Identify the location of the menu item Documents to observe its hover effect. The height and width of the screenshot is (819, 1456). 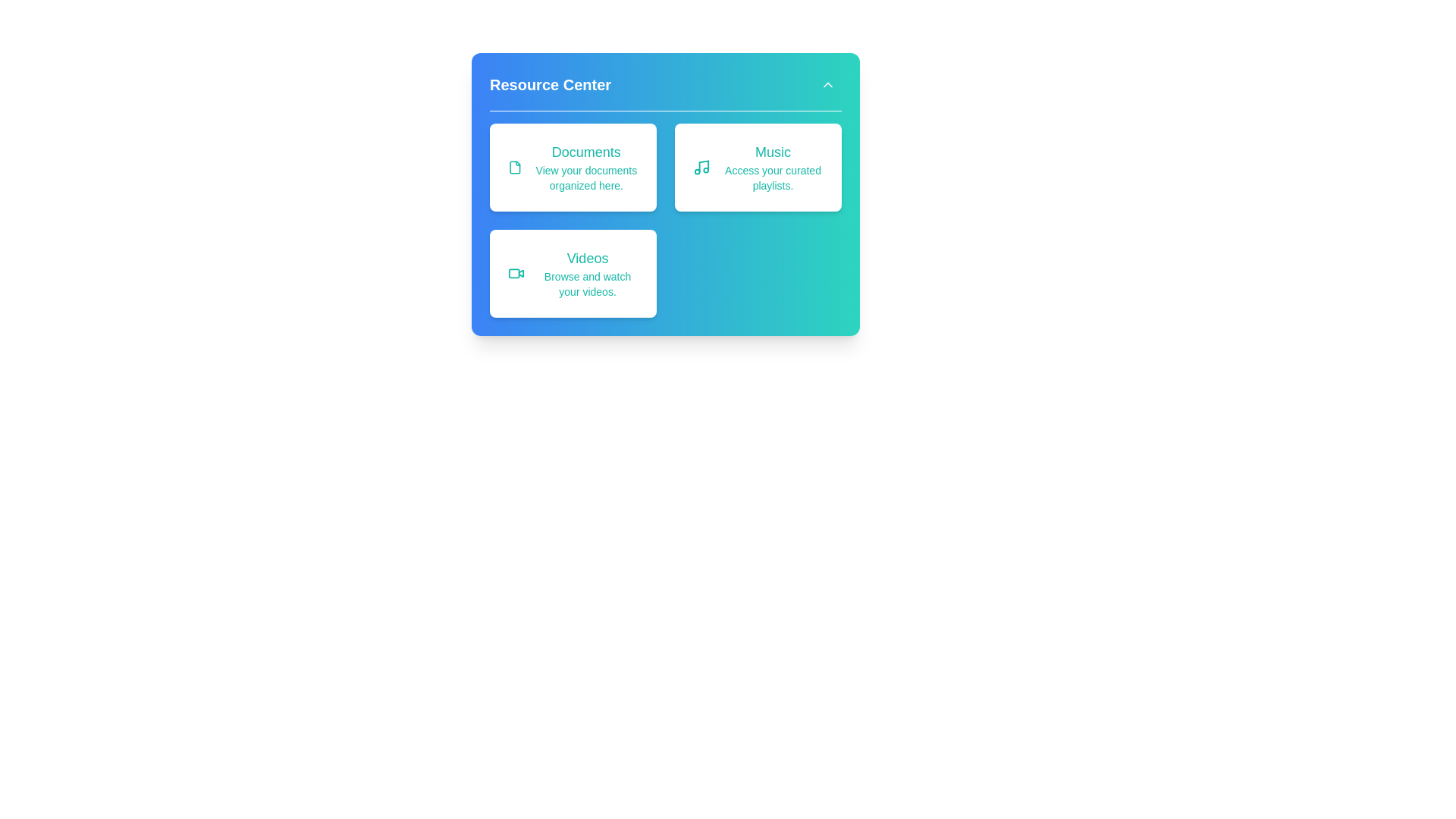
(572, 167).